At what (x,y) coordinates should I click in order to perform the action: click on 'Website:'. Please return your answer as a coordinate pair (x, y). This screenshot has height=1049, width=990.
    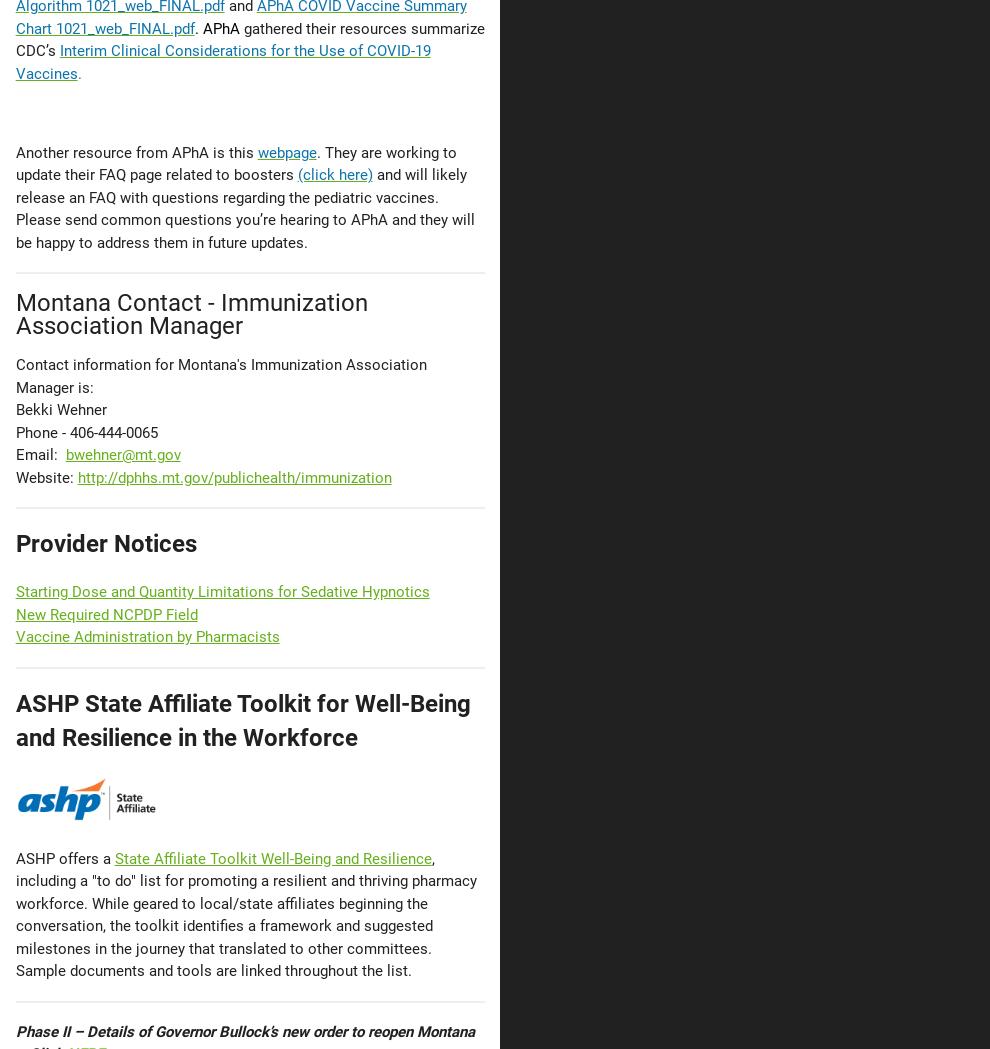
    Looking at the image, I should click on (45, 476).